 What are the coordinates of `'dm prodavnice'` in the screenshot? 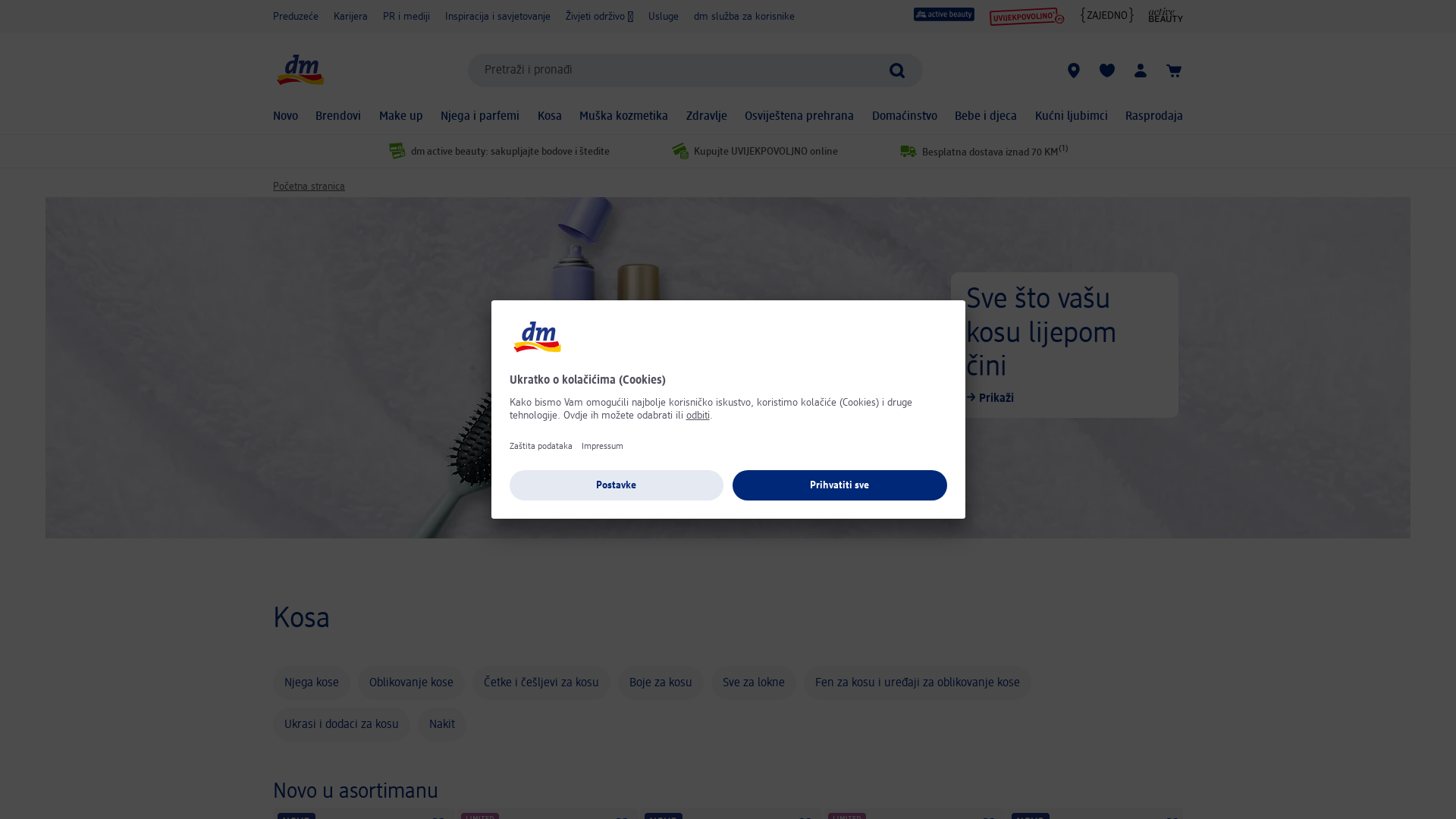 It's located at (1063, 70).